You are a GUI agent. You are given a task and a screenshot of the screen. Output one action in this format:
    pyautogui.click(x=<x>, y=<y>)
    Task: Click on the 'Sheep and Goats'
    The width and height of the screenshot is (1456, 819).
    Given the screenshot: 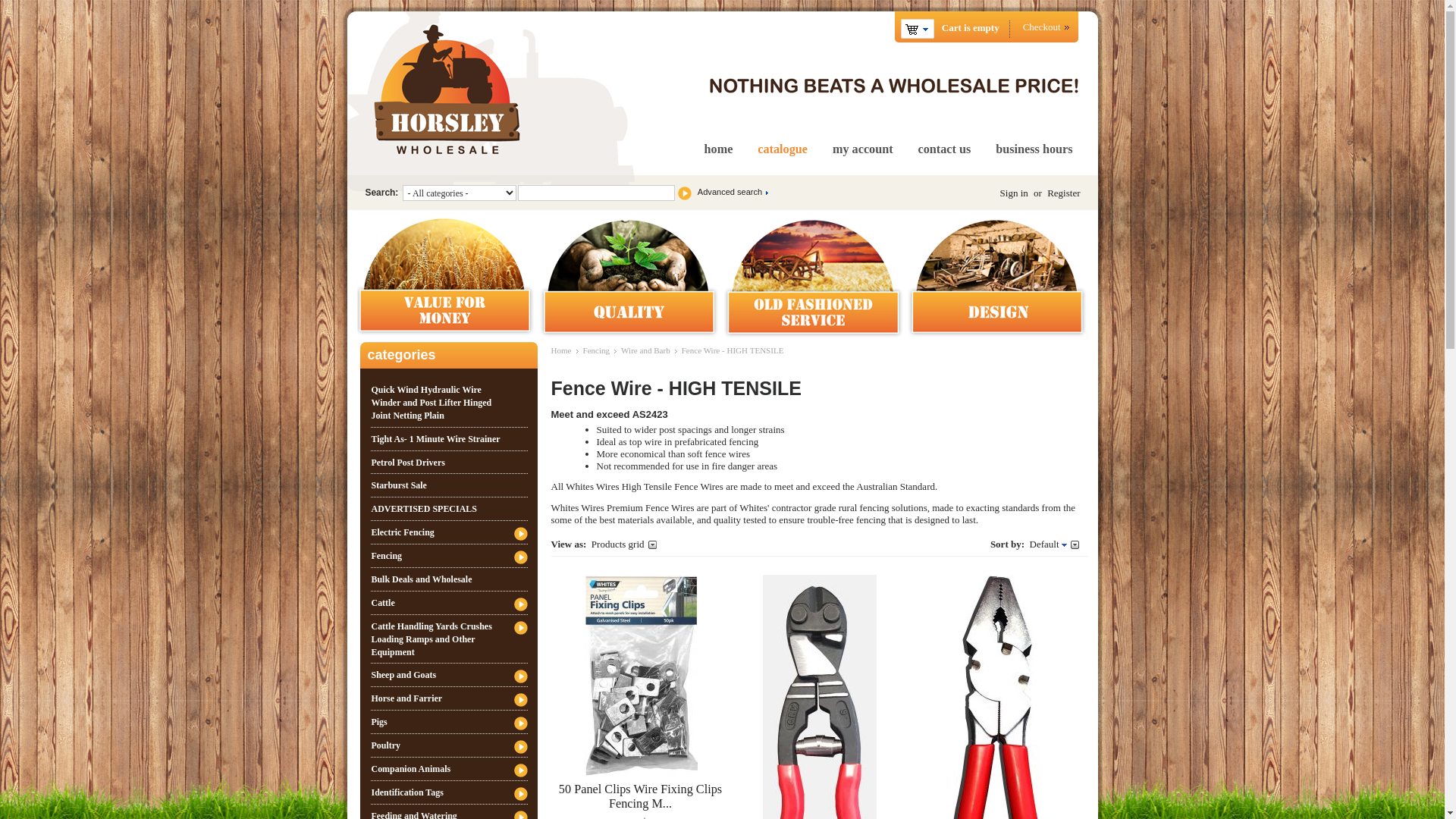 What is the action you would take?
    pyautogui.click(x=370, y=674)
    